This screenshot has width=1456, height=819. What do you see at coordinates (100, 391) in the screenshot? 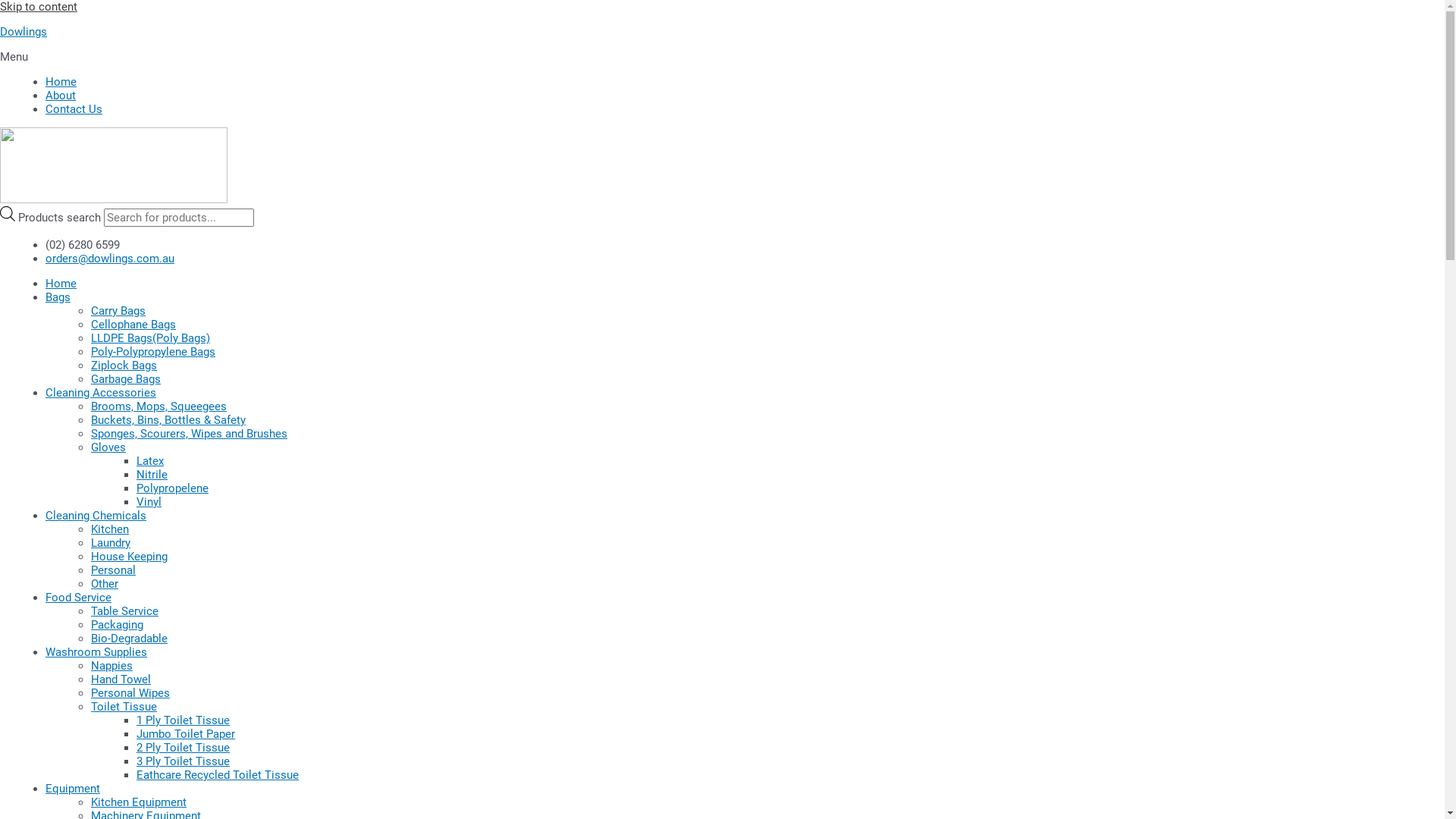
I see `'Cleaning Accessories'` at bounding box center [100, 391].